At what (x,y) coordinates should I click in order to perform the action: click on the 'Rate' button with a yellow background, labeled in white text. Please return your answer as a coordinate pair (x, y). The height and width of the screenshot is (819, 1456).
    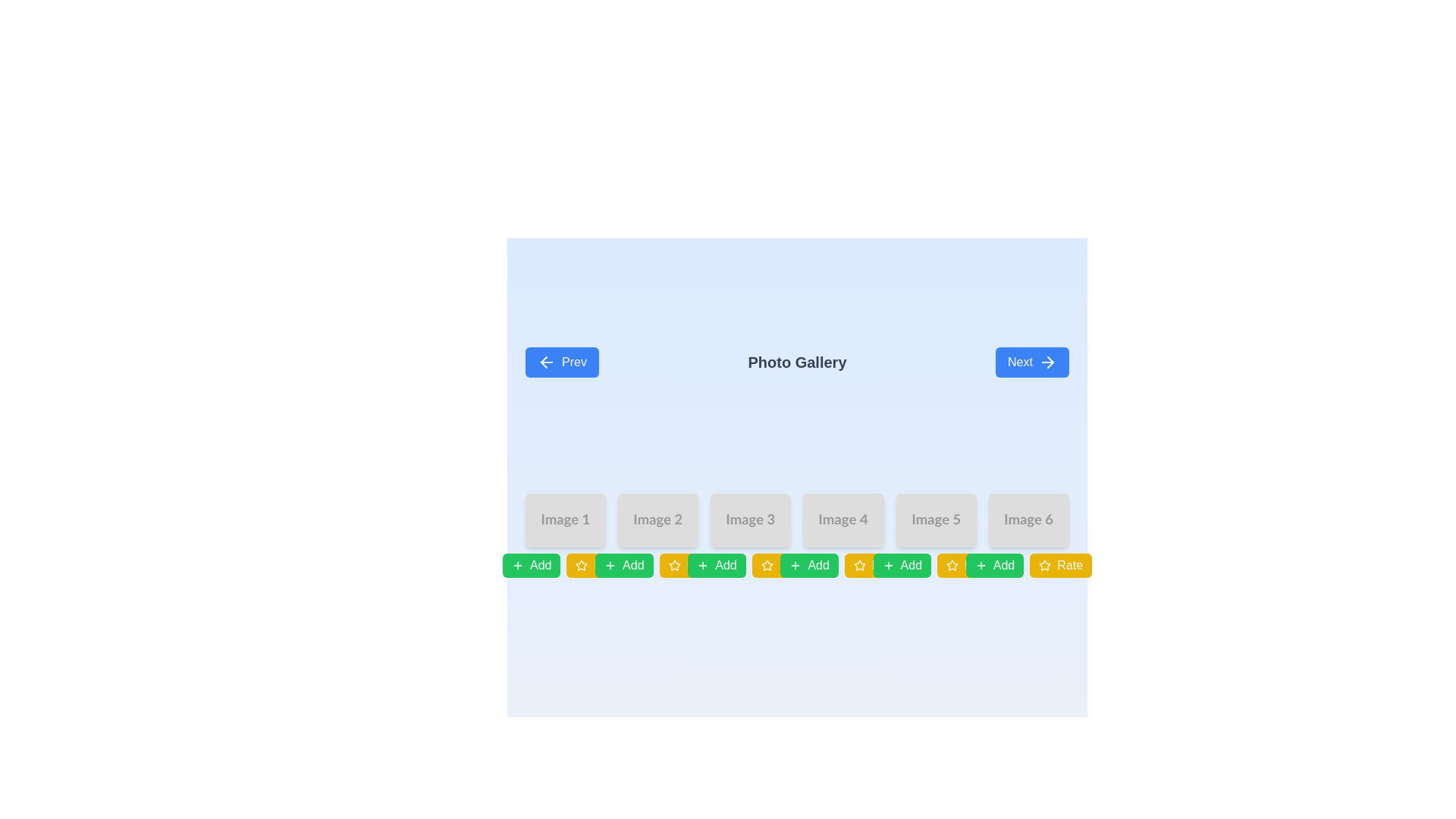
    Looking at the image, I should click on (1028, 565).